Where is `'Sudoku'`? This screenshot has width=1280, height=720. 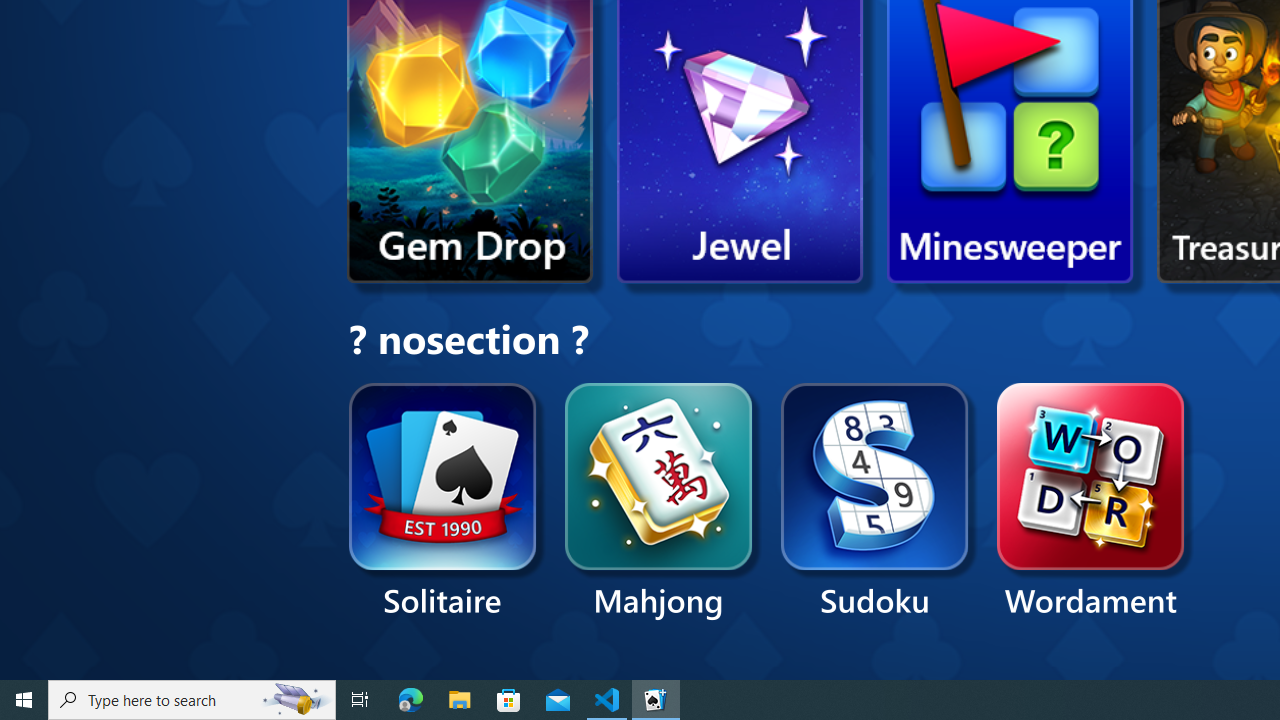 'Sudoku' is located at coordinates (875, 501).